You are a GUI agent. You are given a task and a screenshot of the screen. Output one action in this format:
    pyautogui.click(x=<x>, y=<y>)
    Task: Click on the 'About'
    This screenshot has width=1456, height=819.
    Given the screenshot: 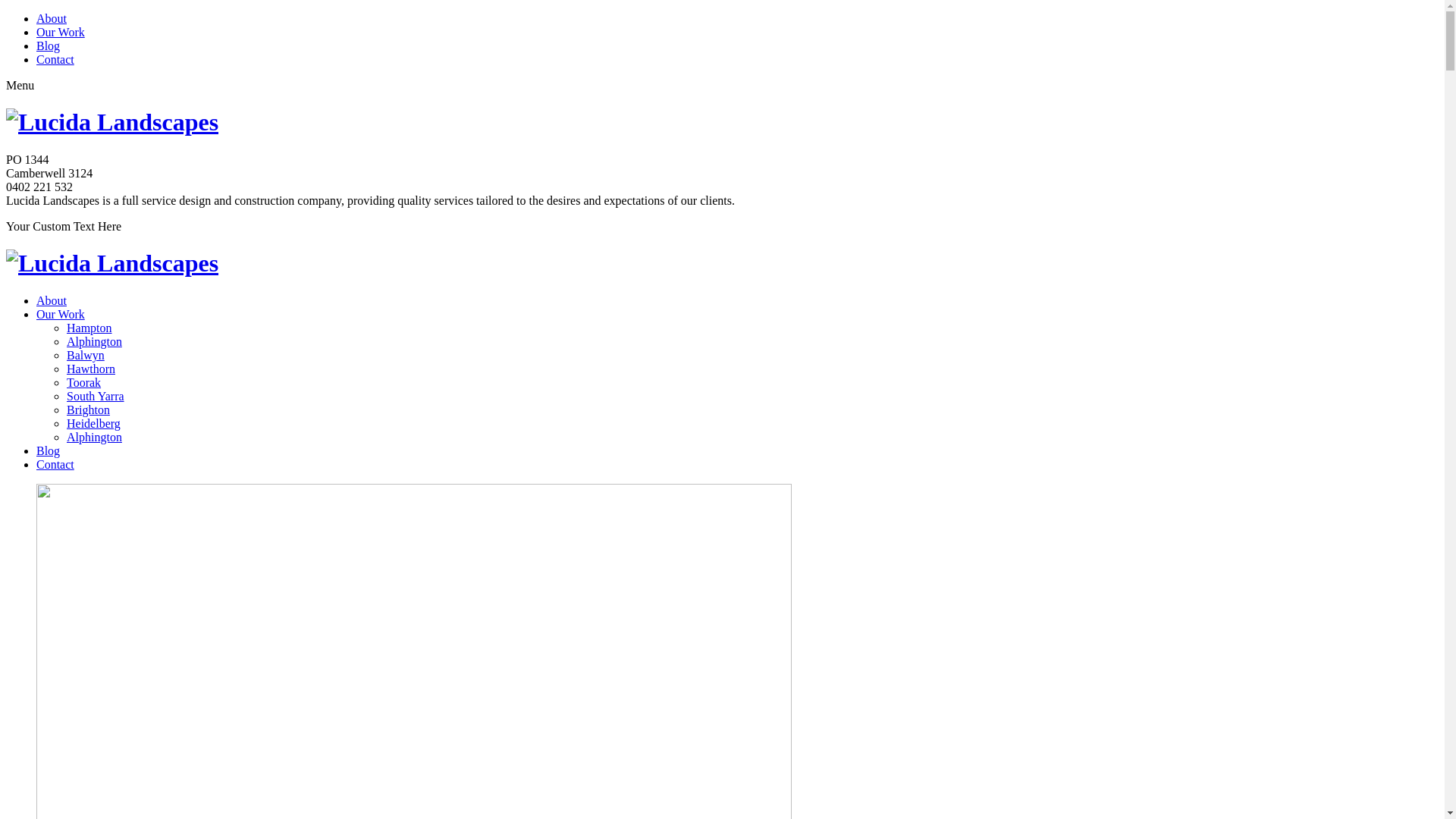 What is the action you would take?
    pyautogui.click(x=36, y=18)
    